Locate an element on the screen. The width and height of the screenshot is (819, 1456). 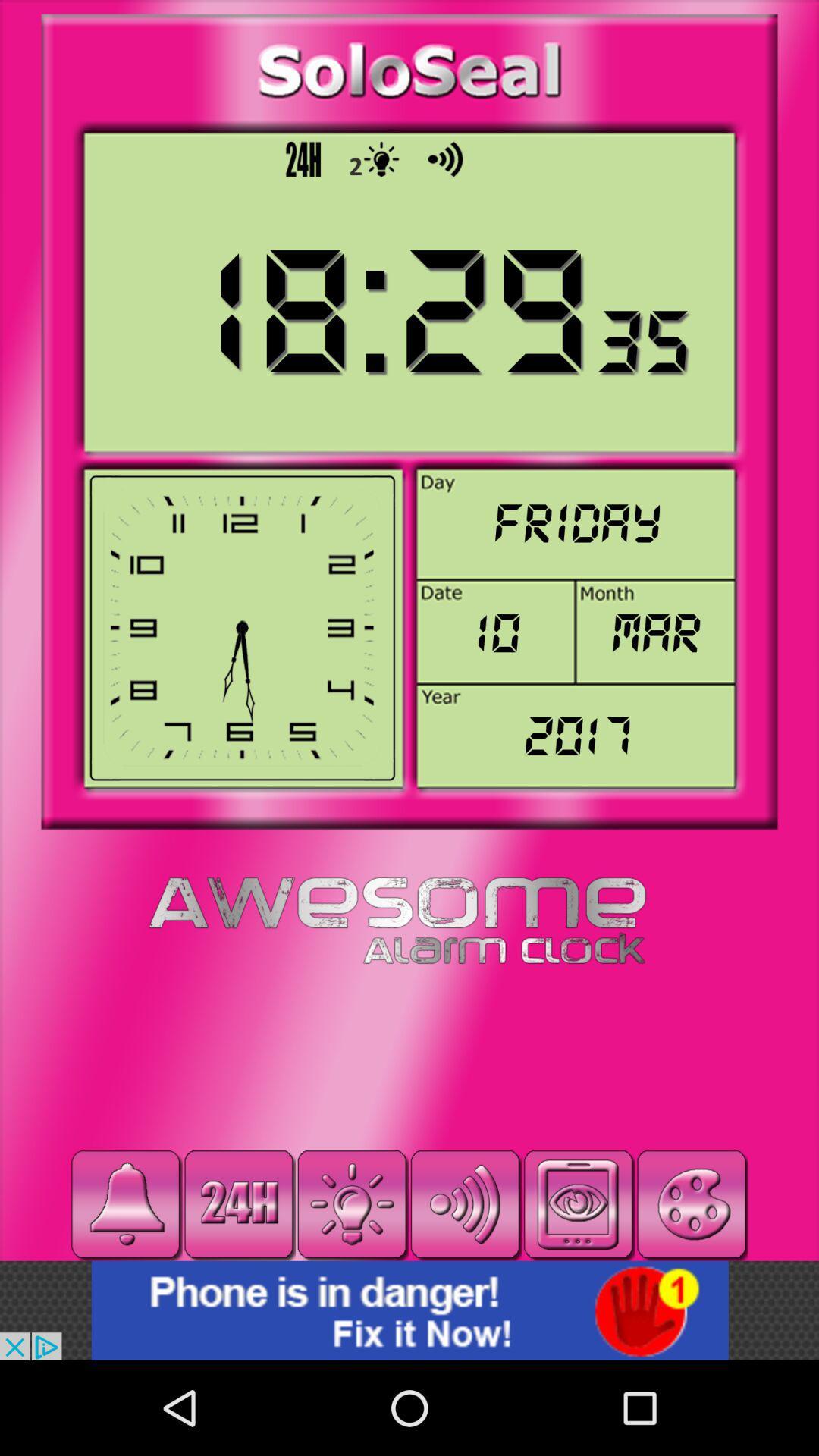
it a alarm key is located at coordinates (125, 1203).